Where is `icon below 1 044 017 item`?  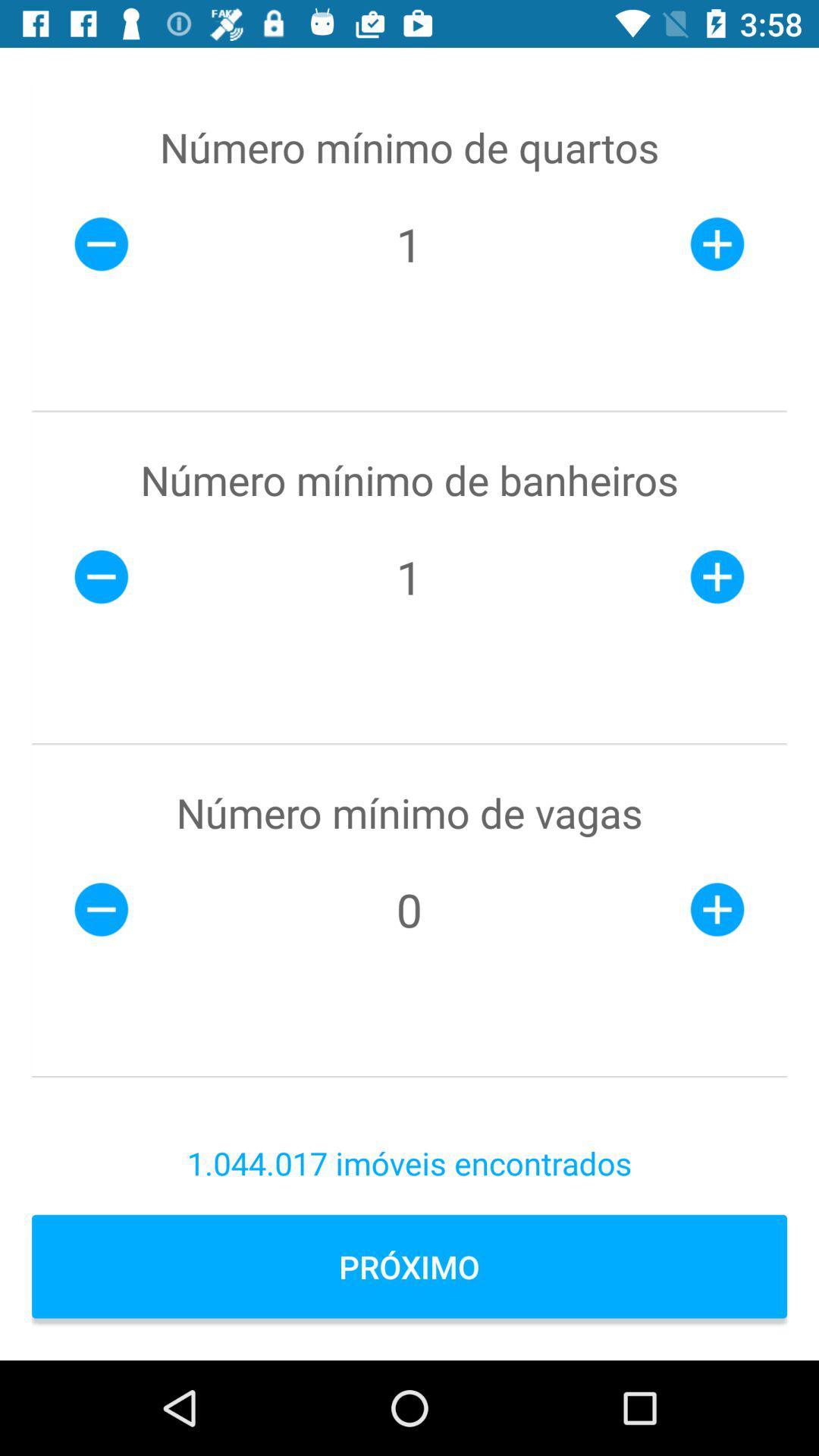
icon below 1 044 017 item is located at coordinates (409, 1266).